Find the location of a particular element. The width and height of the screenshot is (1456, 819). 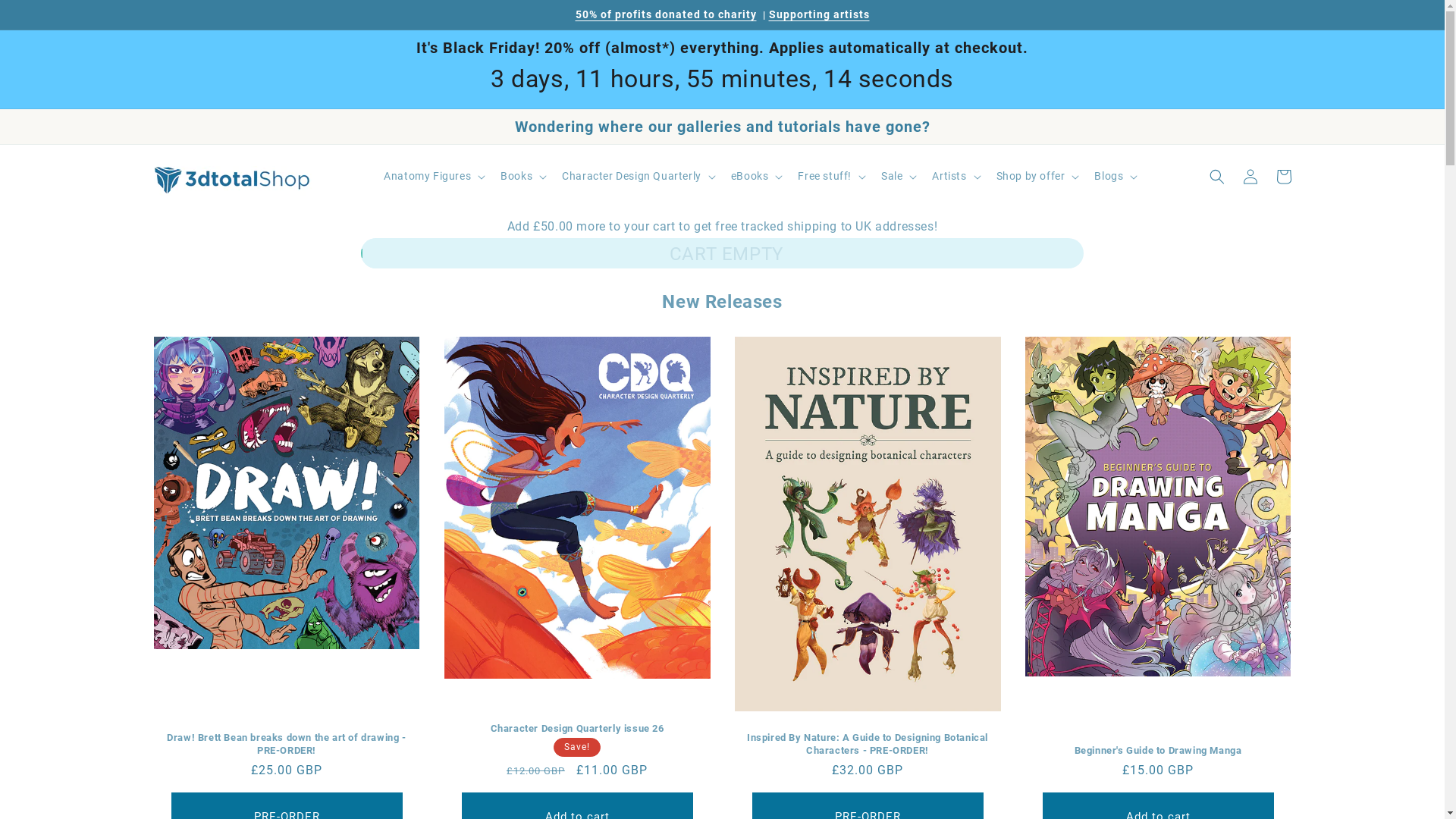

'Beginner's Guide to Drawing Manga' is located at coordinates (1157, 751).